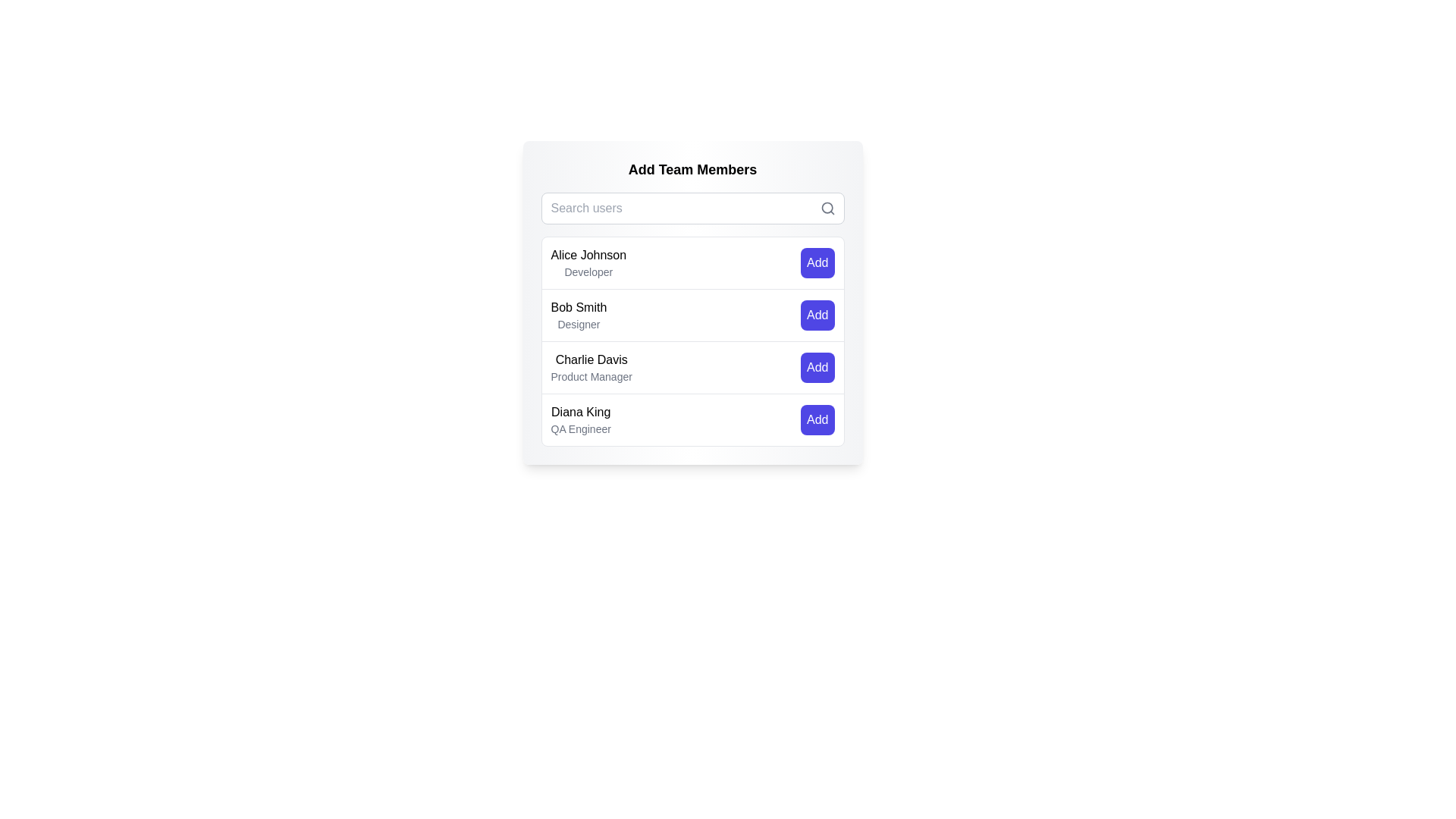  Describe the element at coordinates (692, 419) in the screenshot. I see `displayed information from the list item containing the name 'Diana King', the subtitle 'QA Engineer', and the 'Add' button on the right, which is the last item in the vertically stacked list` at that location.